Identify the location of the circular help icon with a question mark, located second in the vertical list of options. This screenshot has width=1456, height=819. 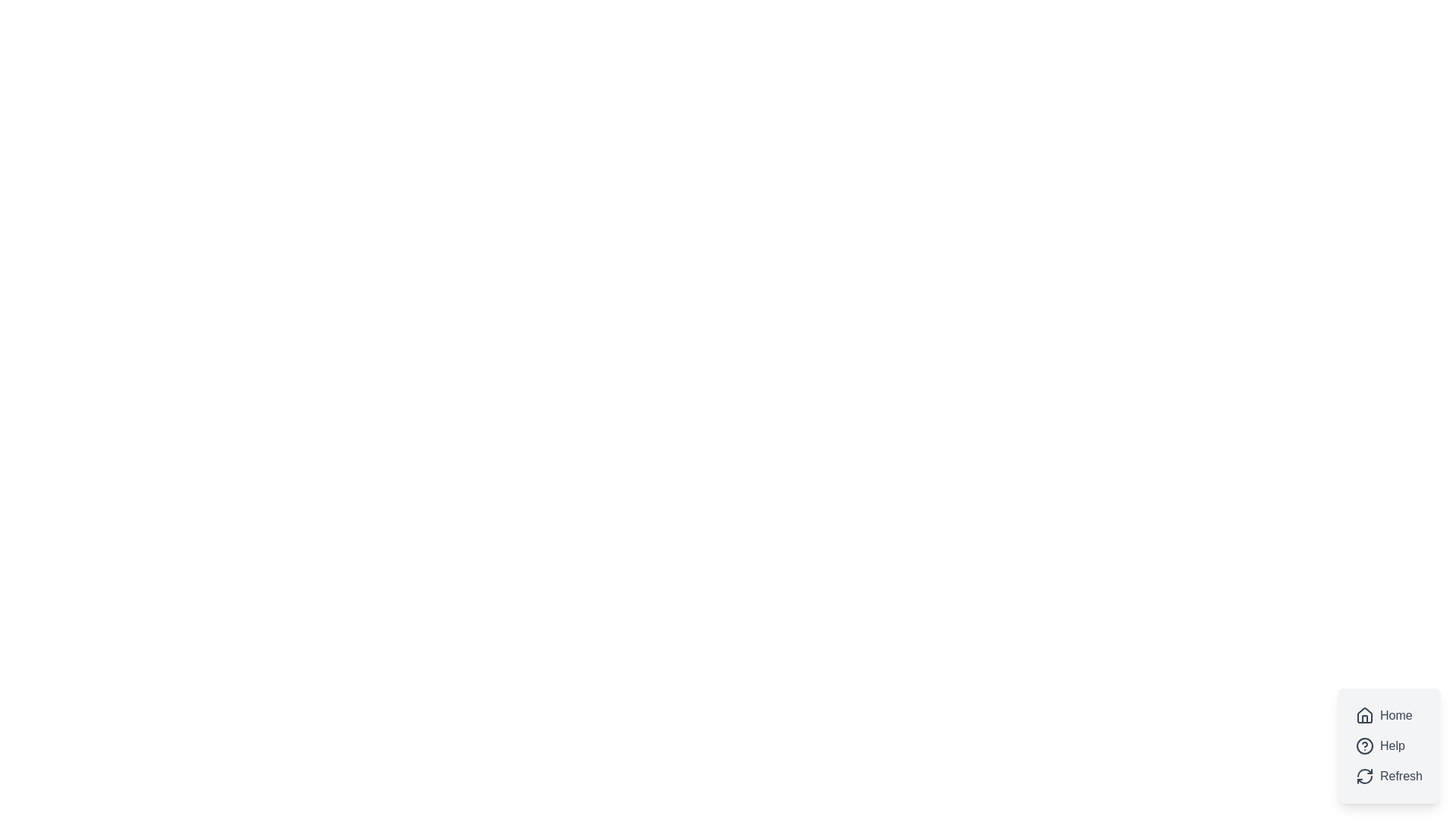
(1365, 745).